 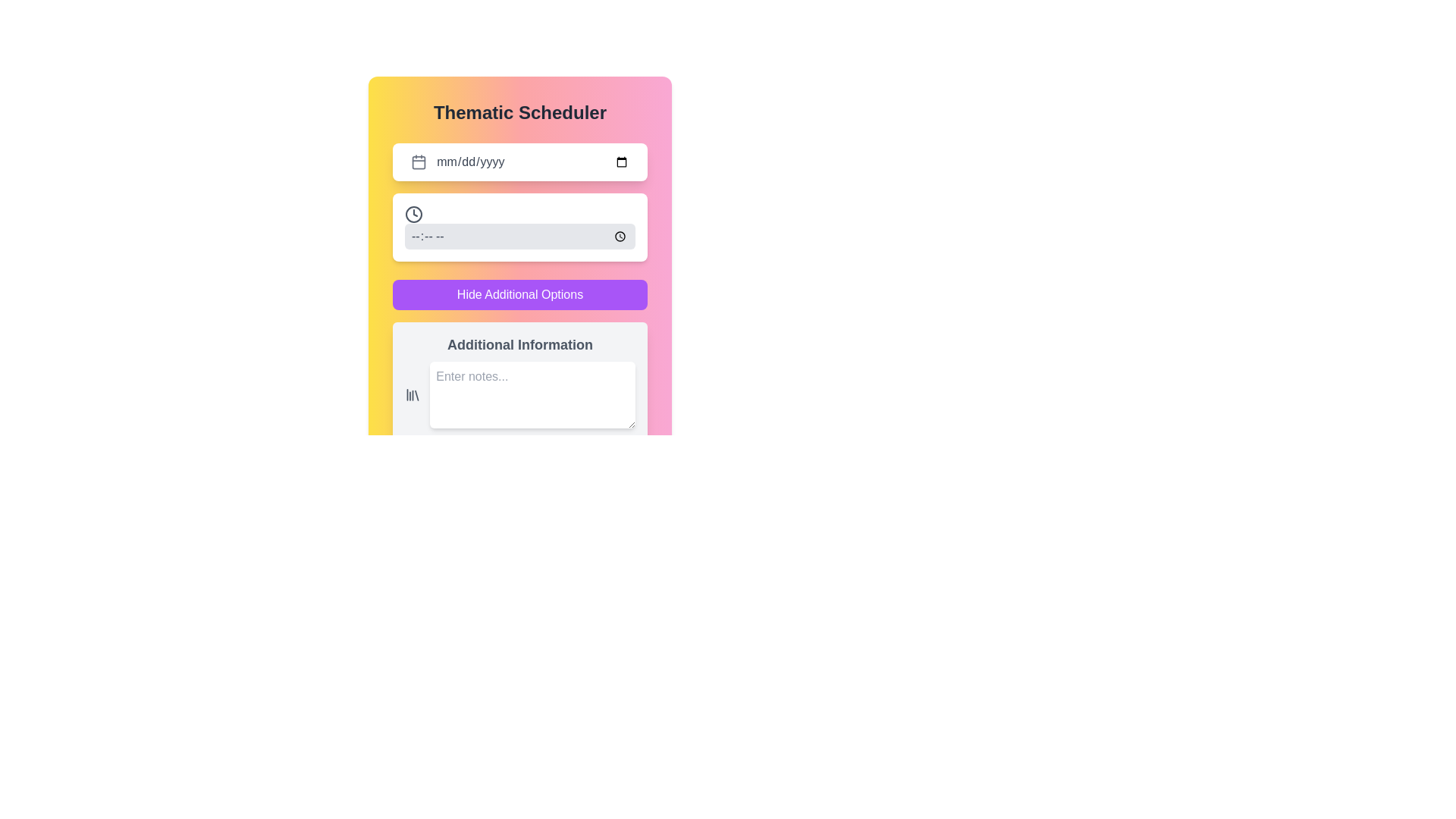 What do you see at coordinates (419, 162) in the screenshot?
I see `the date input field related to the inner square of the calendar icon in the 'Thematic Scheduler' interface` at bounding box center [419, 162].